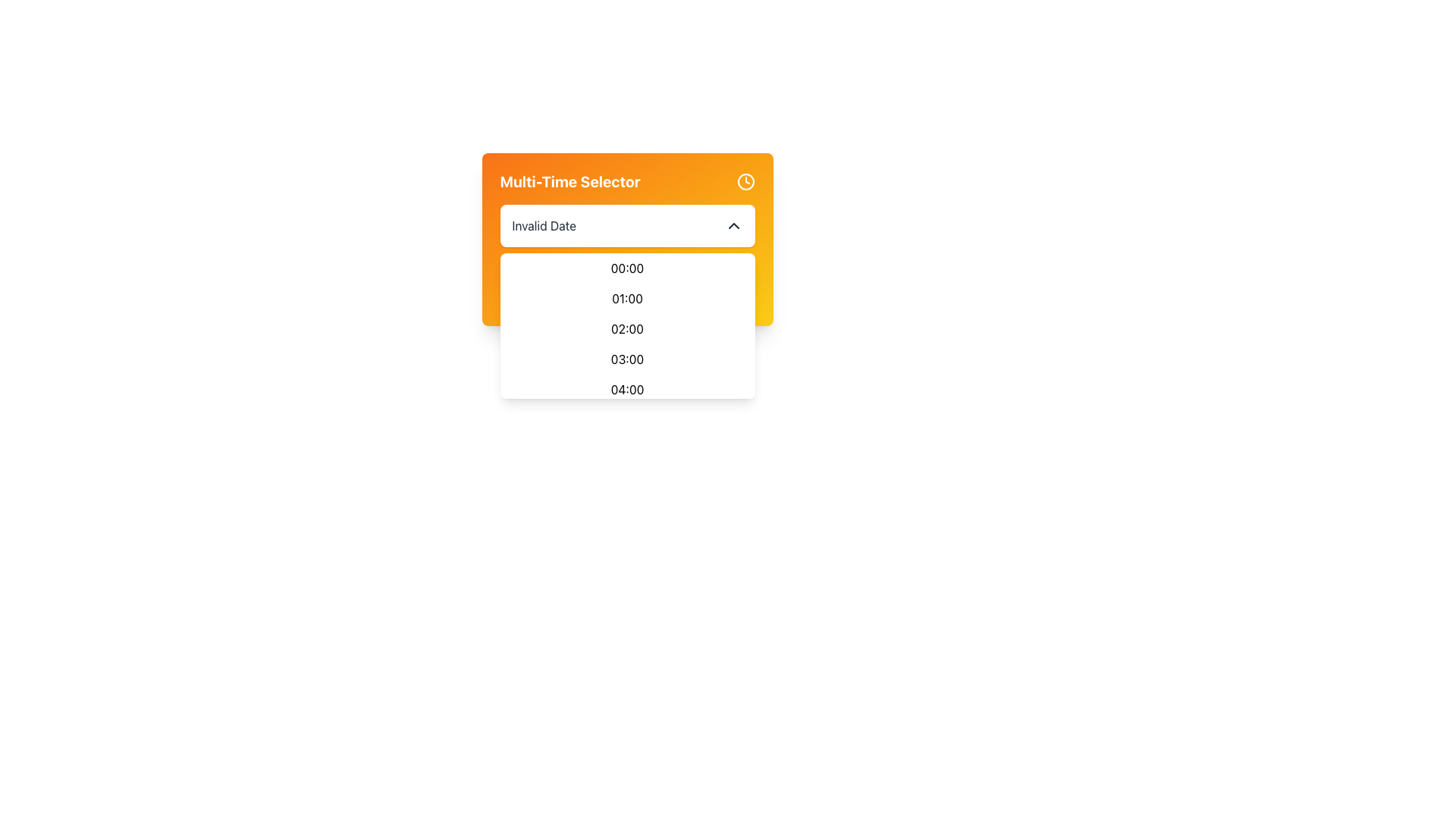 This screenshot has width=1456, height=819. Describe the element at coordinates (627, 225) in the screenshot. I see `the dropdown menu for time selection located below the 'Multi-Time Selector' title by` at that location.